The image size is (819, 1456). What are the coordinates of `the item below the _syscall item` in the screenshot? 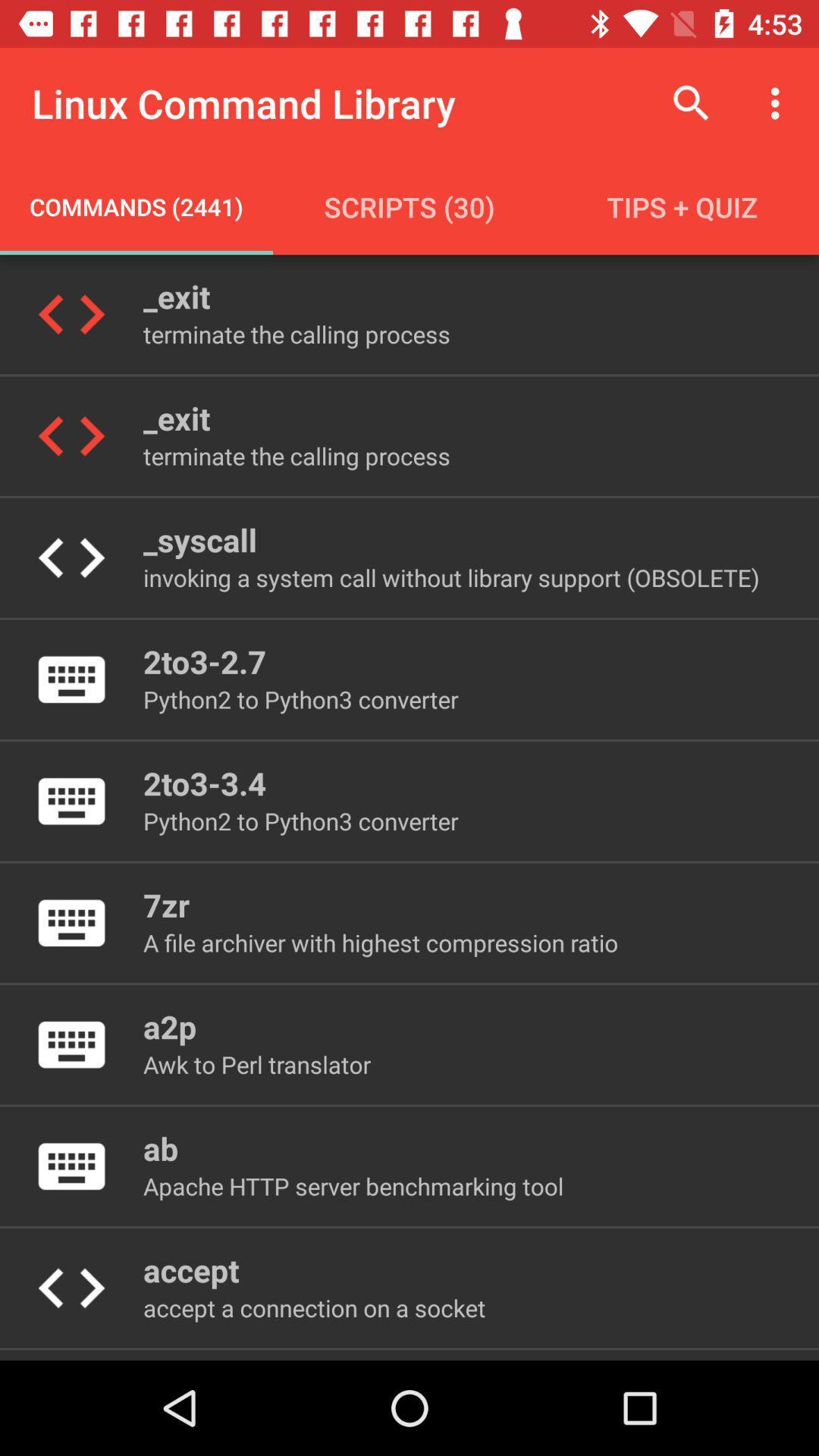 It's located at (450, 576).